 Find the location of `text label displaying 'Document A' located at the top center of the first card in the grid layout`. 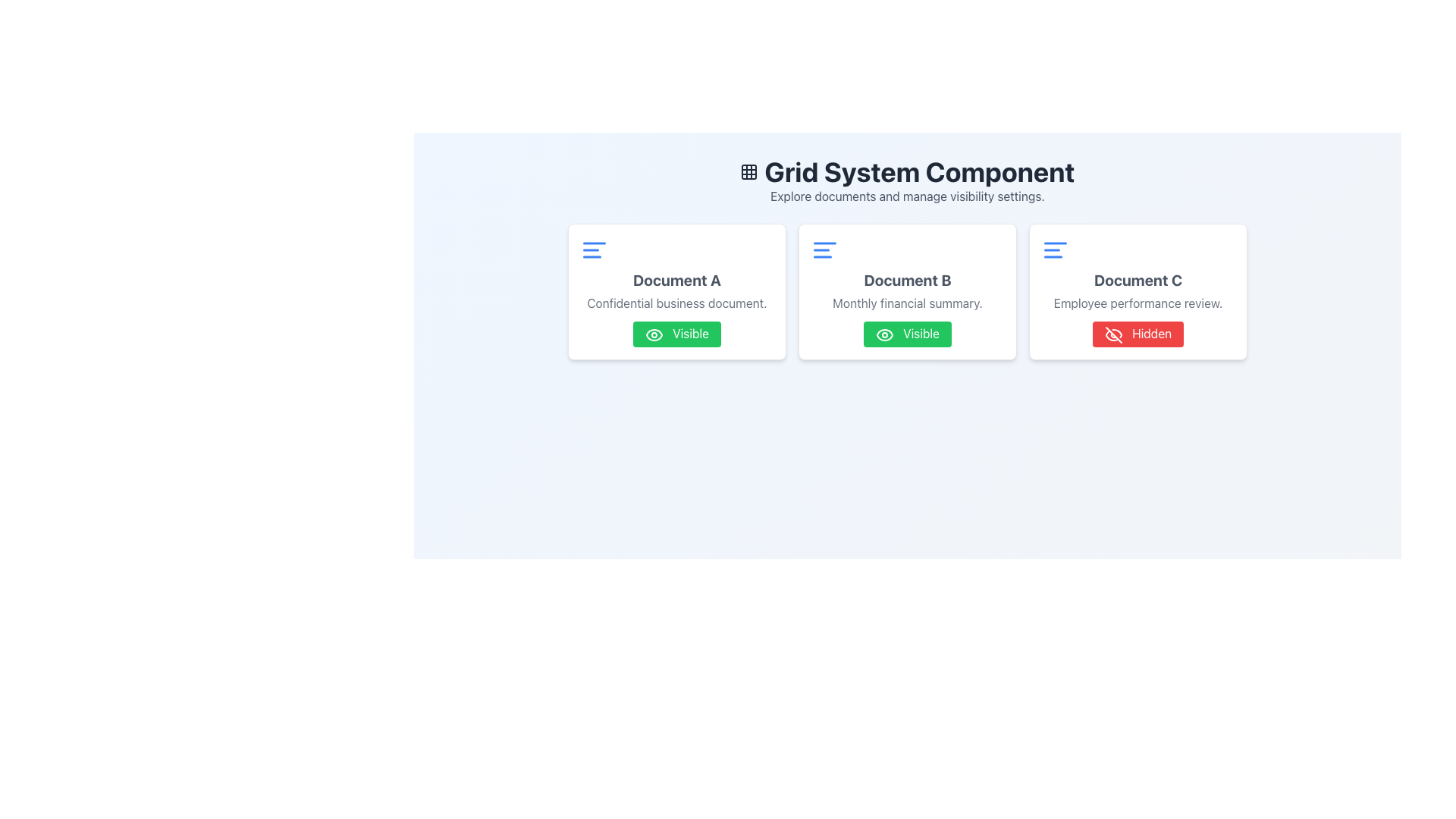

text label displaying 'Document A' located at the top center of the first card in the grid layout is located at coordinates (676, 281).